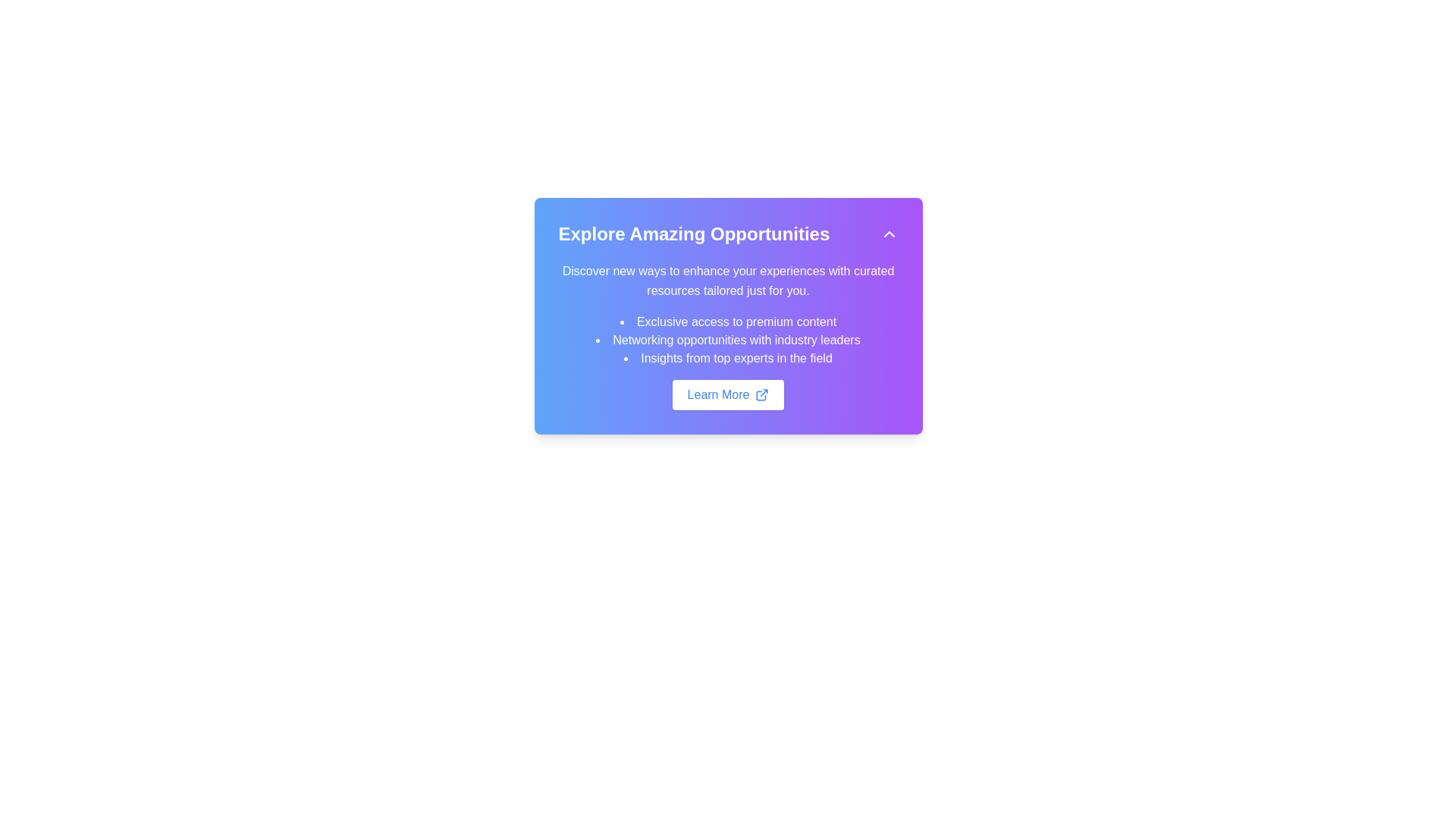 The image size is (1456, 819). Describe the element at coordinates (728, 359) in the screenshot. I see `the third bullet point item in the list under the heading 'Explore Amazing Opportunities', which provides information about one of the benefits` at that location.